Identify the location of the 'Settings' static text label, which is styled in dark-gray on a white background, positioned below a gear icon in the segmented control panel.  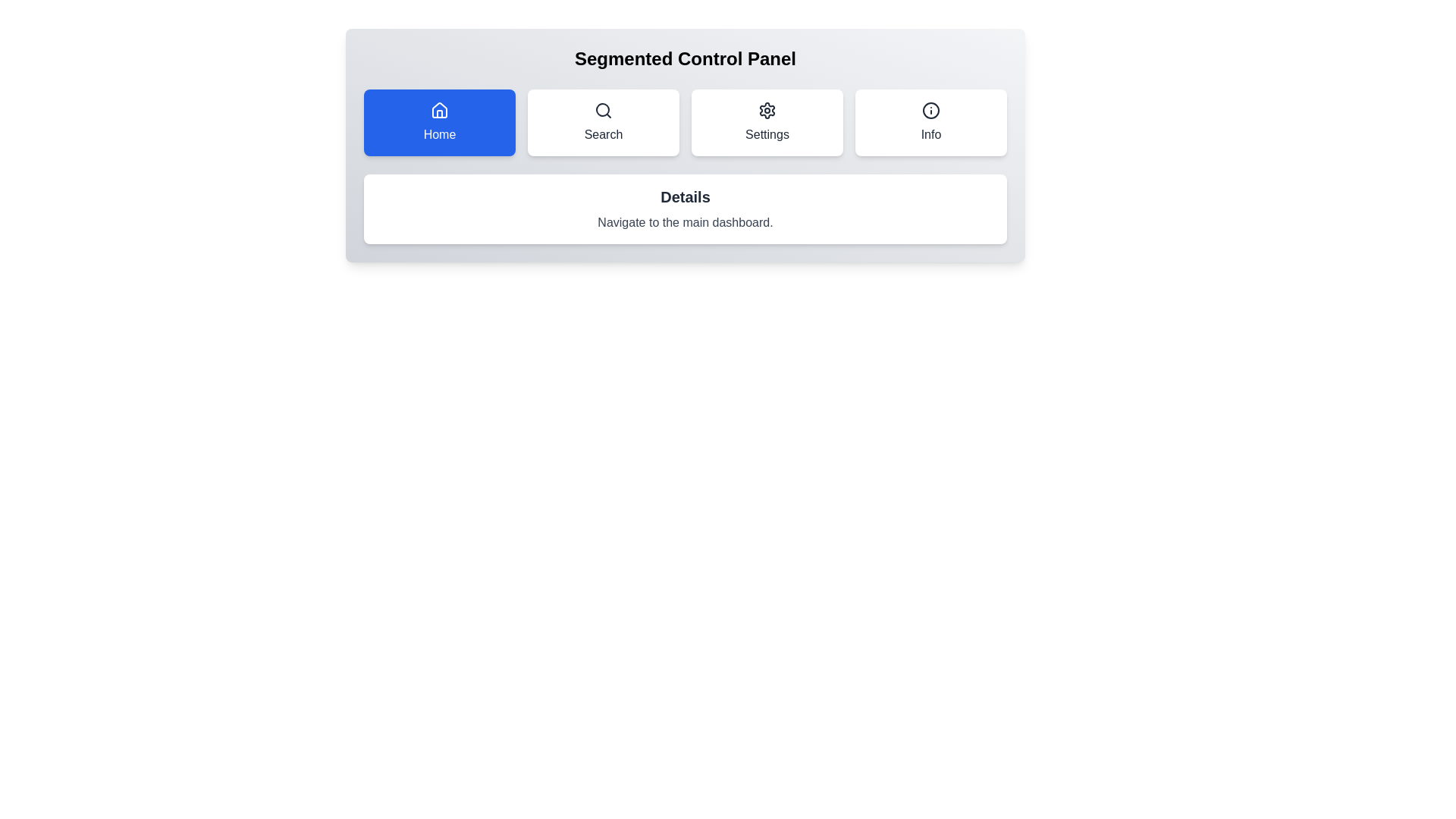
(767, 133).